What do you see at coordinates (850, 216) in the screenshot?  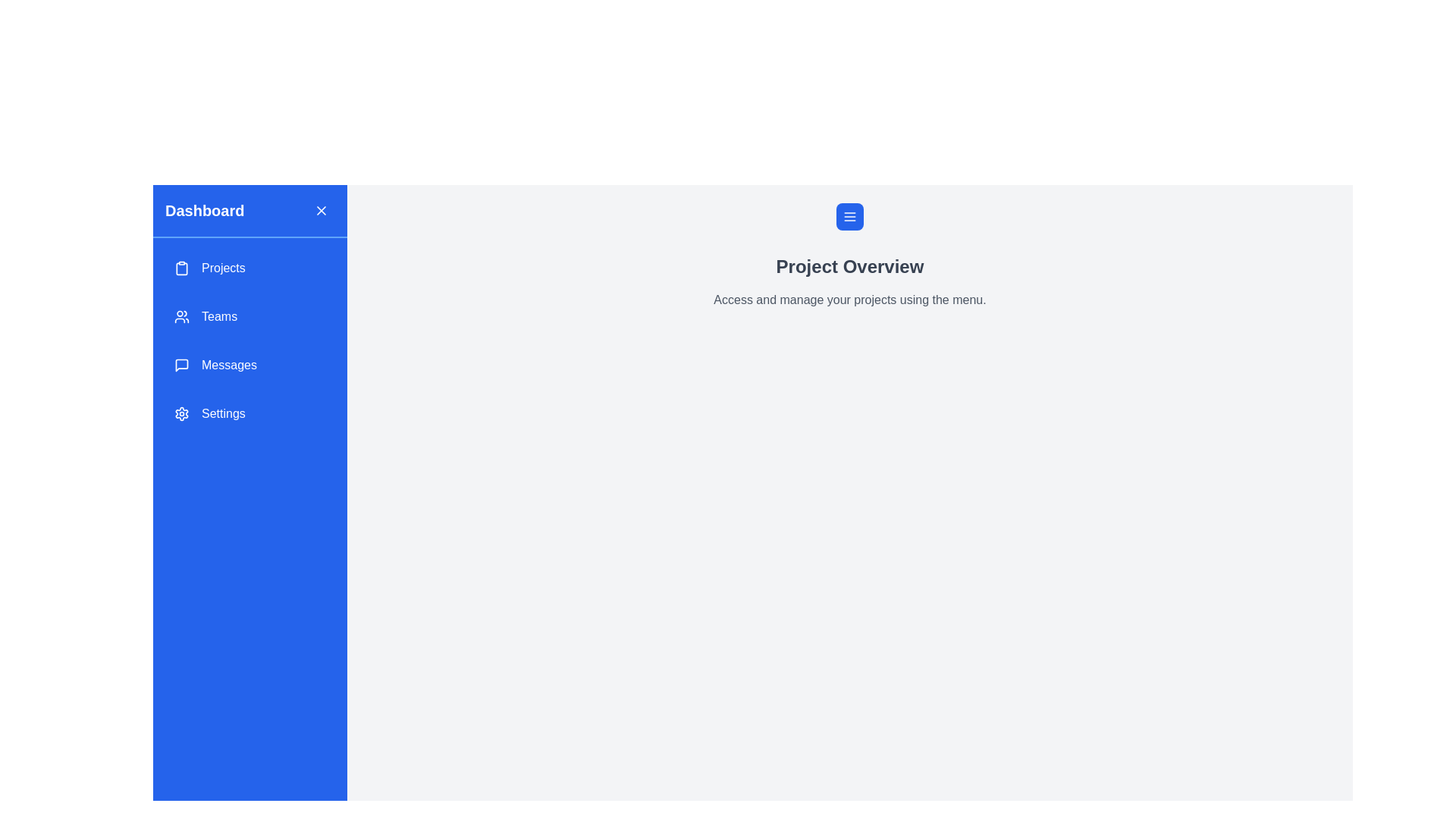 I see `the square-shaped button with a blue background and white horizontal lines, located in the top-central portion of the interface` at bounding box center [850, 216].